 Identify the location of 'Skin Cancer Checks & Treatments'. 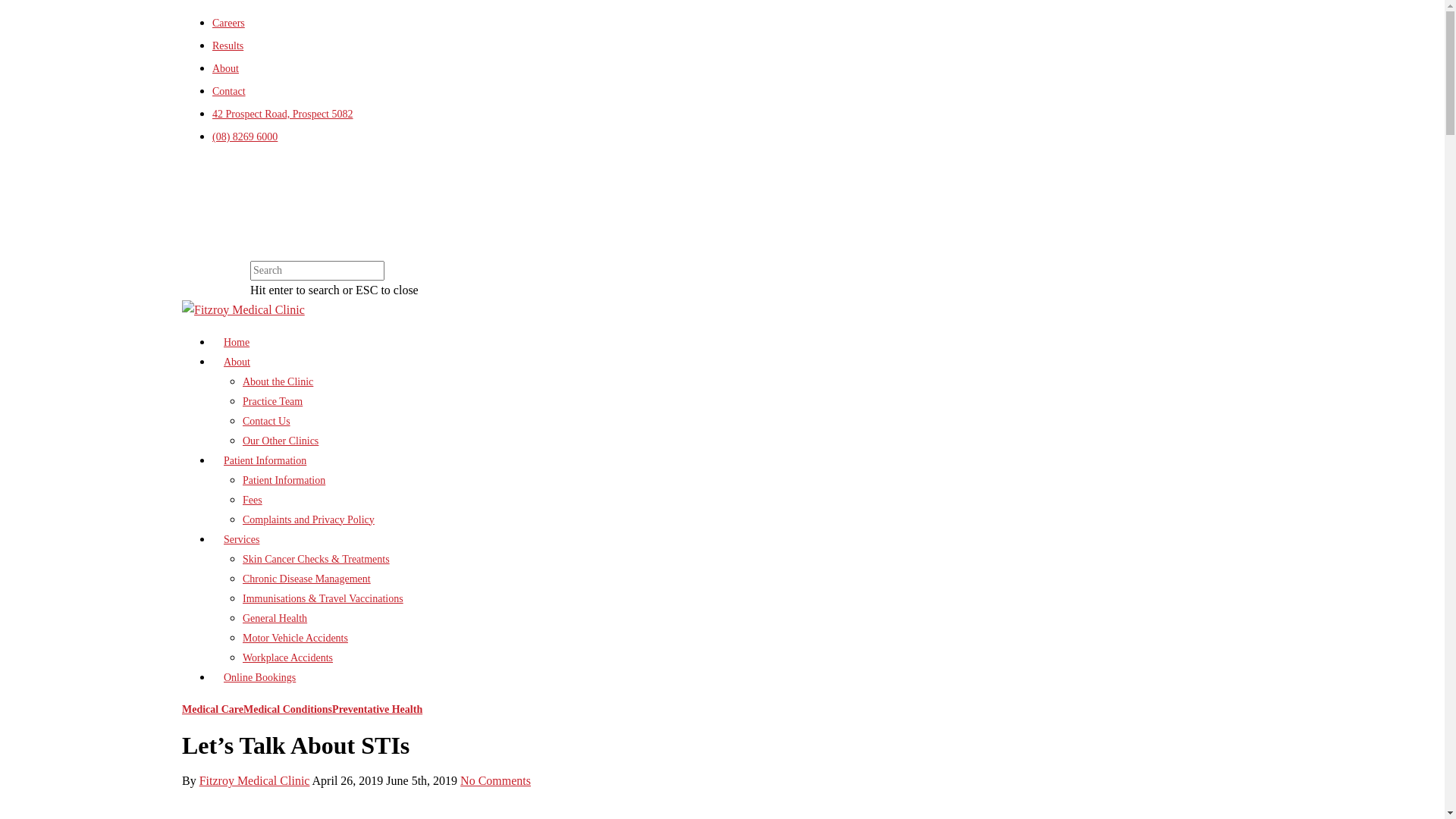
(315, 559).